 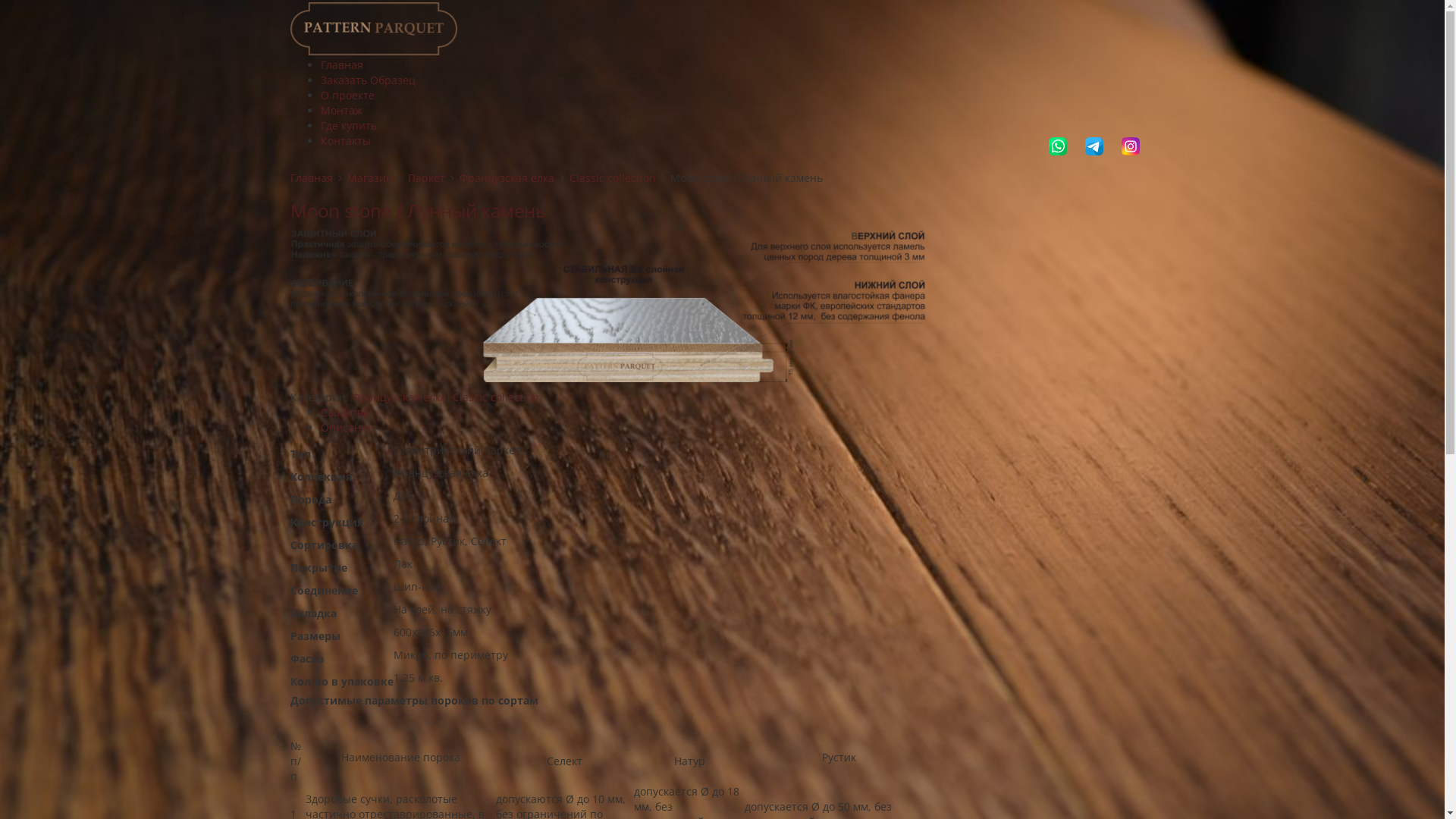 What do you see at coordinates (494, 396) in the screenshot?
I see `'Classic collection'` at bounding box center [494, 396].